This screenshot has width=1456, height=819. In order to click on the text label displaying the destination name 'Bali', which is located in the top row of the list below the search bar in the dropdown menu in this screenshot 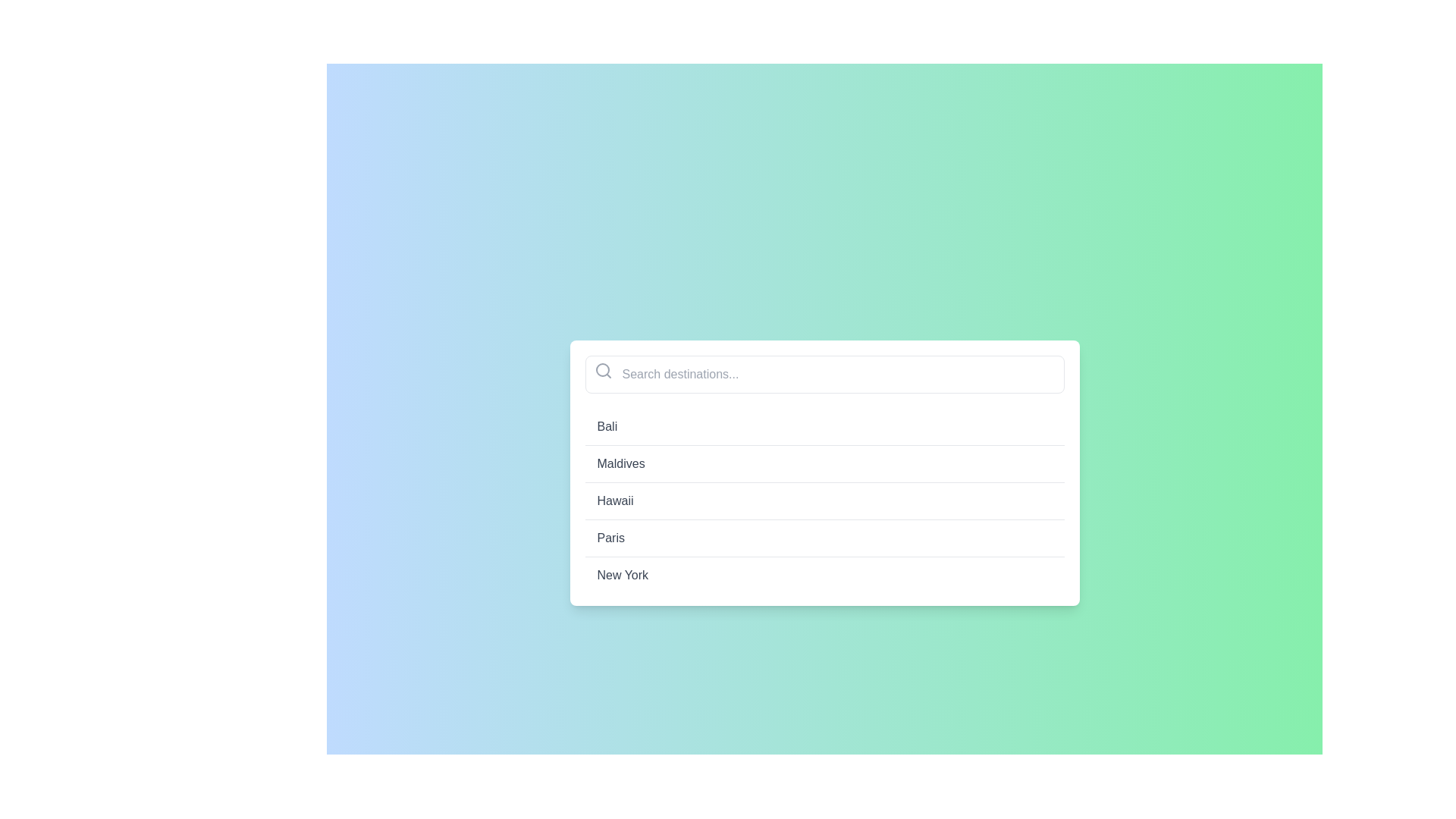, I will do `click(607, 427)`.